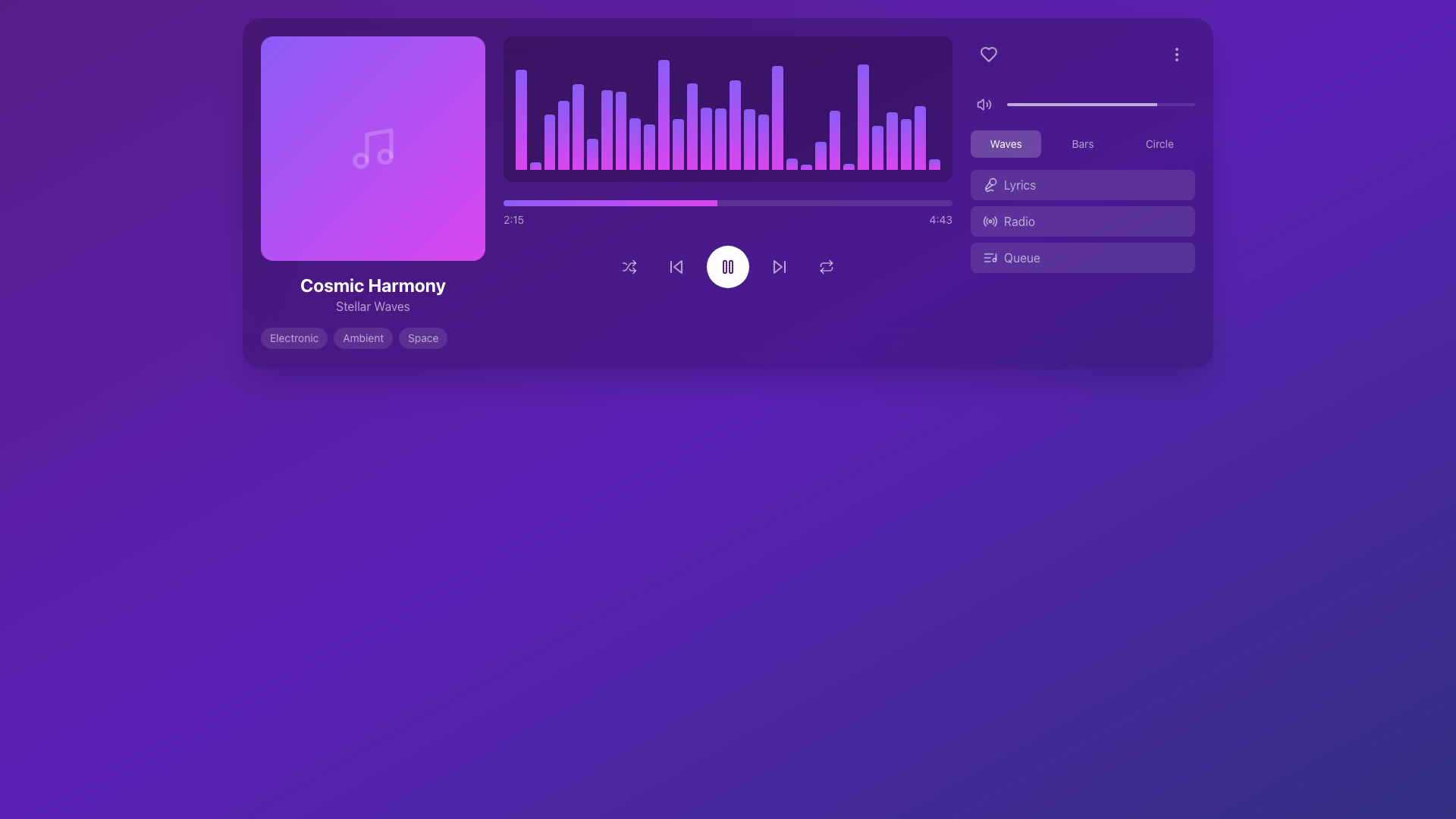 The height and width of the screenshot is (819, 1456). Describe the element at coordinates (294, 337) in the screenshot. I see `the 'Electronic' category button, which is a pill-shaped button with light gray text on a semi-transparent dark background, located in the lower left region of the album section` at that location.